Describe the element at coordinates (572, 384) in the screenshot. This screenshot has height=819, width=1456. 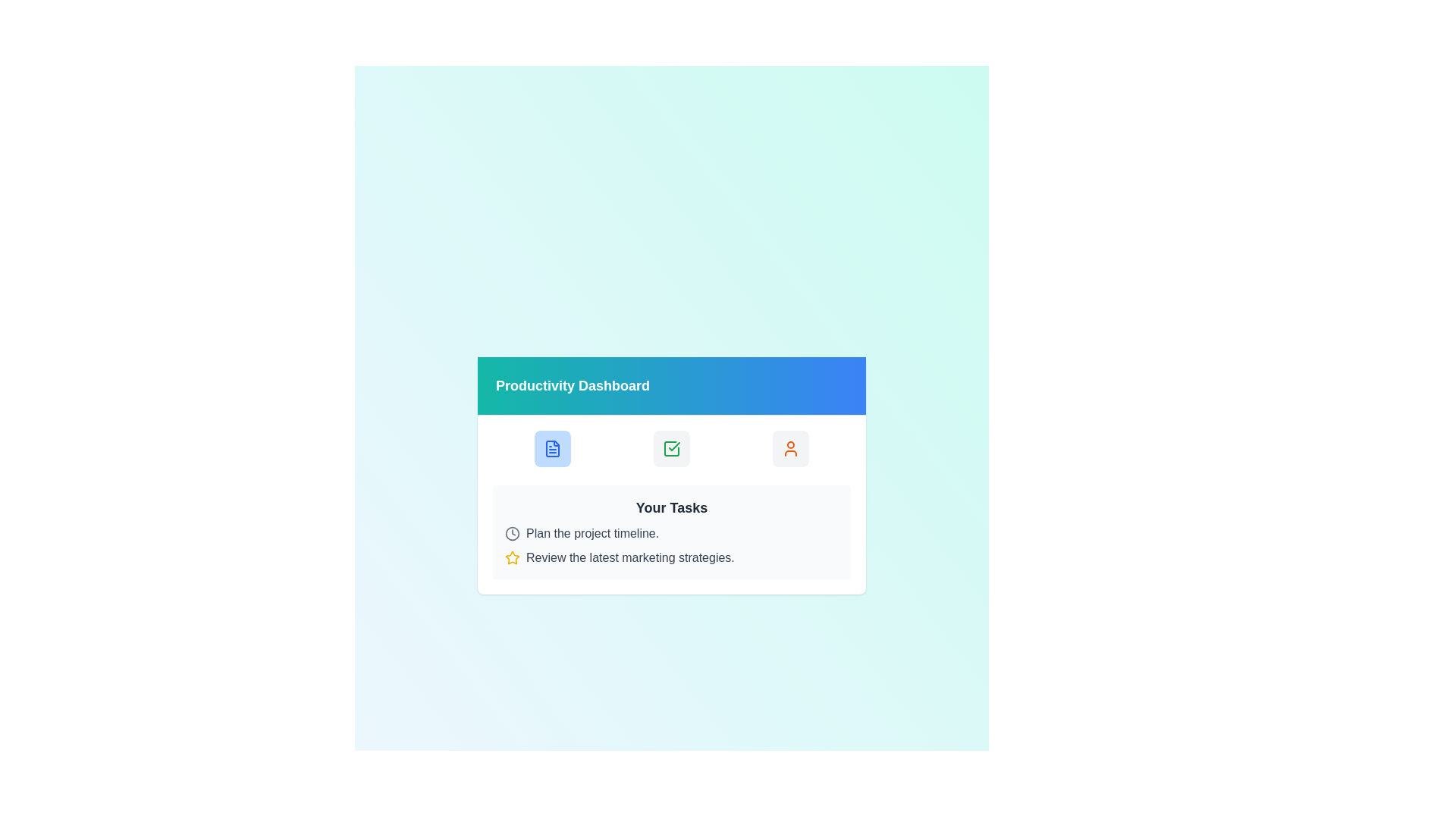
I see `the main title Text Label located at the center of the top region of the main header component, which provides context for the page or application` at that location.